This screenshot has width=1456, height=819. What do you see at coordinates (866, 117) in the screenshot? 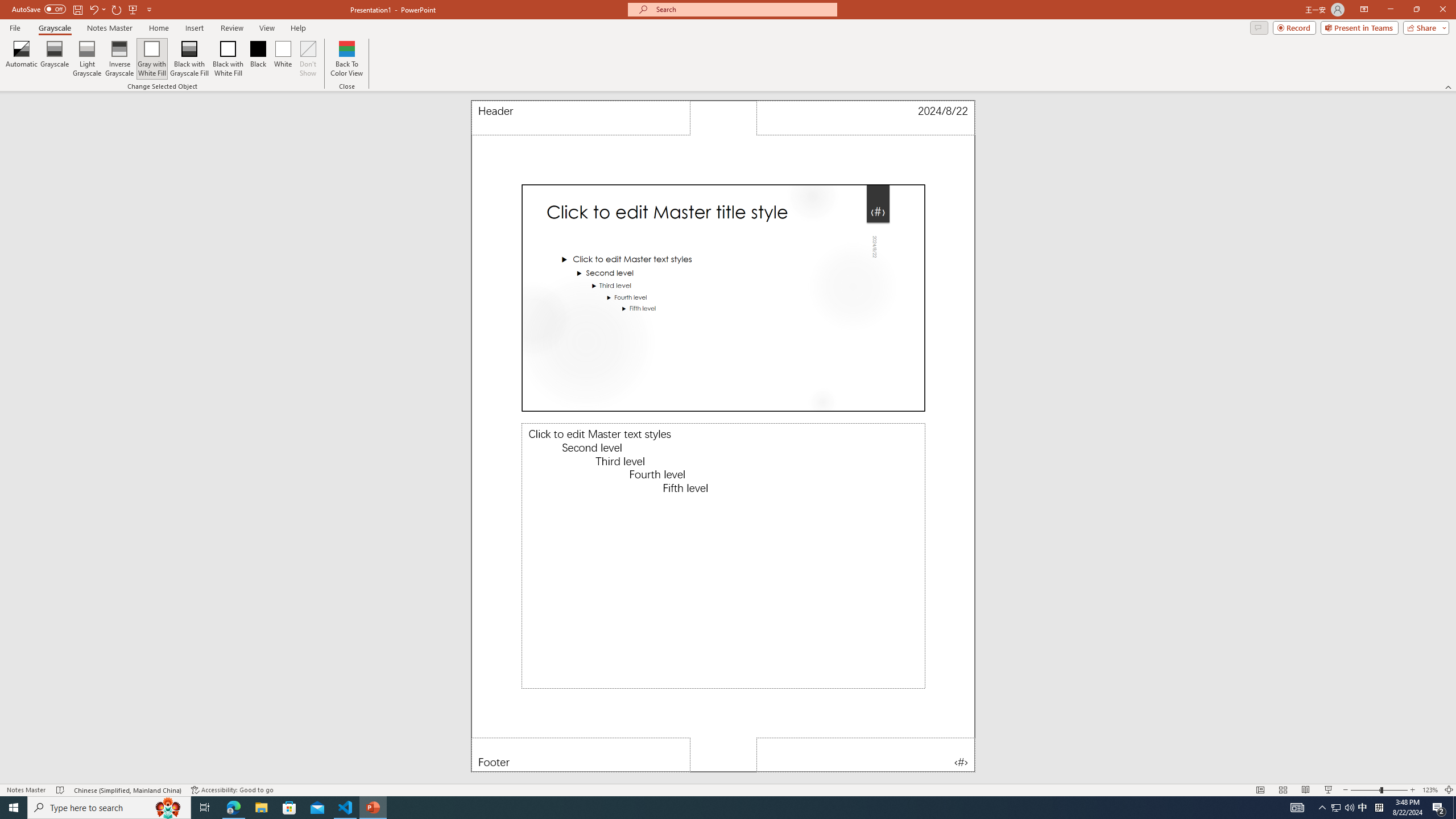
I see `'Date'` at bounding box center [866, 117].